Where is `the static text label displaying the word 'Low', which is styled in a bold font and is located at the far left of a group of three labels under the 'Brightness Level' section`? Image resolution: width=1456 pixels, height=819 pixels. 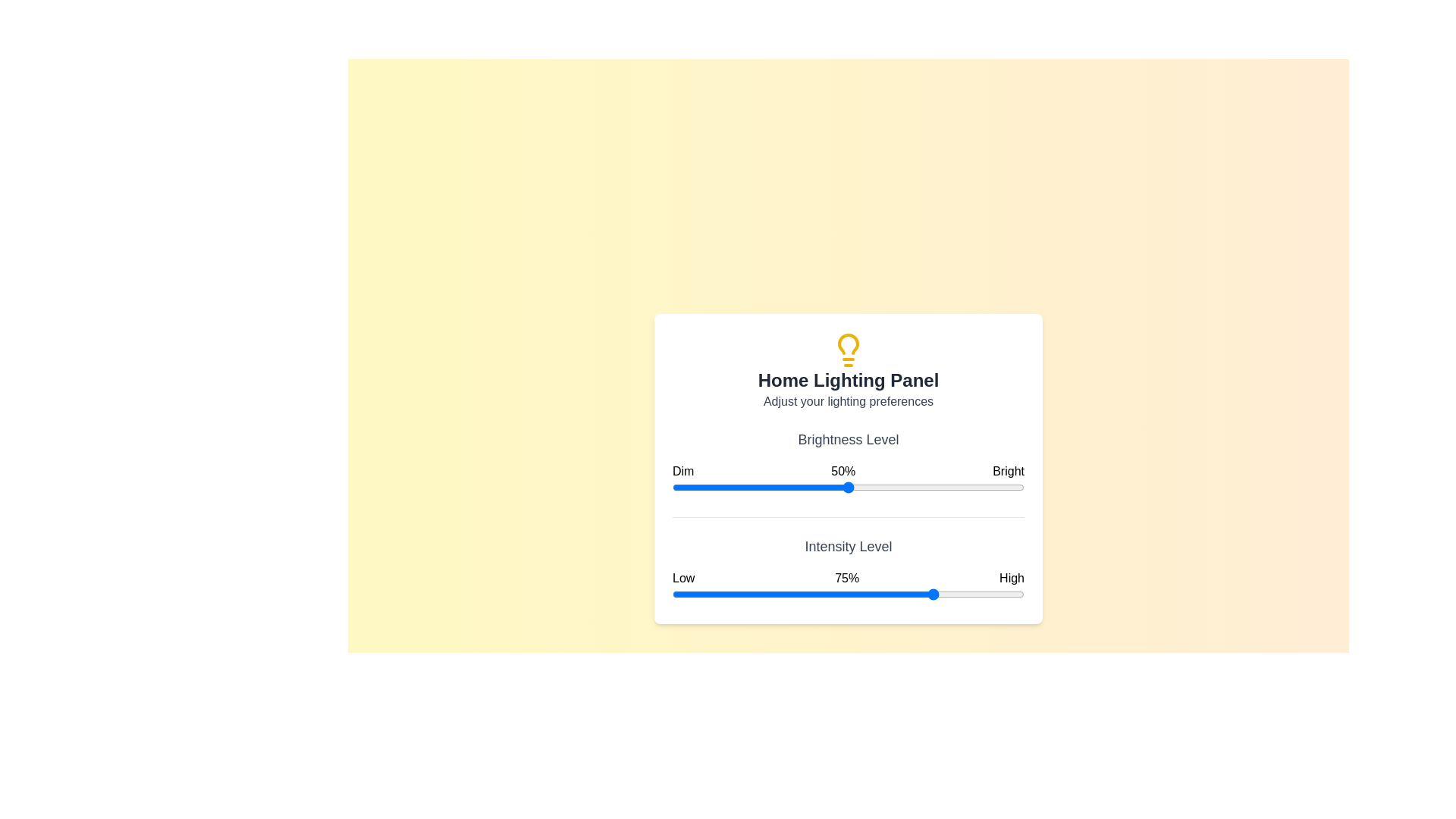
the static text label displaying the word 'Low', which is styled in a bold font and is located at the far left of a group of three labels under the 'Brightness Level' section is located at coordinates (682, 578).